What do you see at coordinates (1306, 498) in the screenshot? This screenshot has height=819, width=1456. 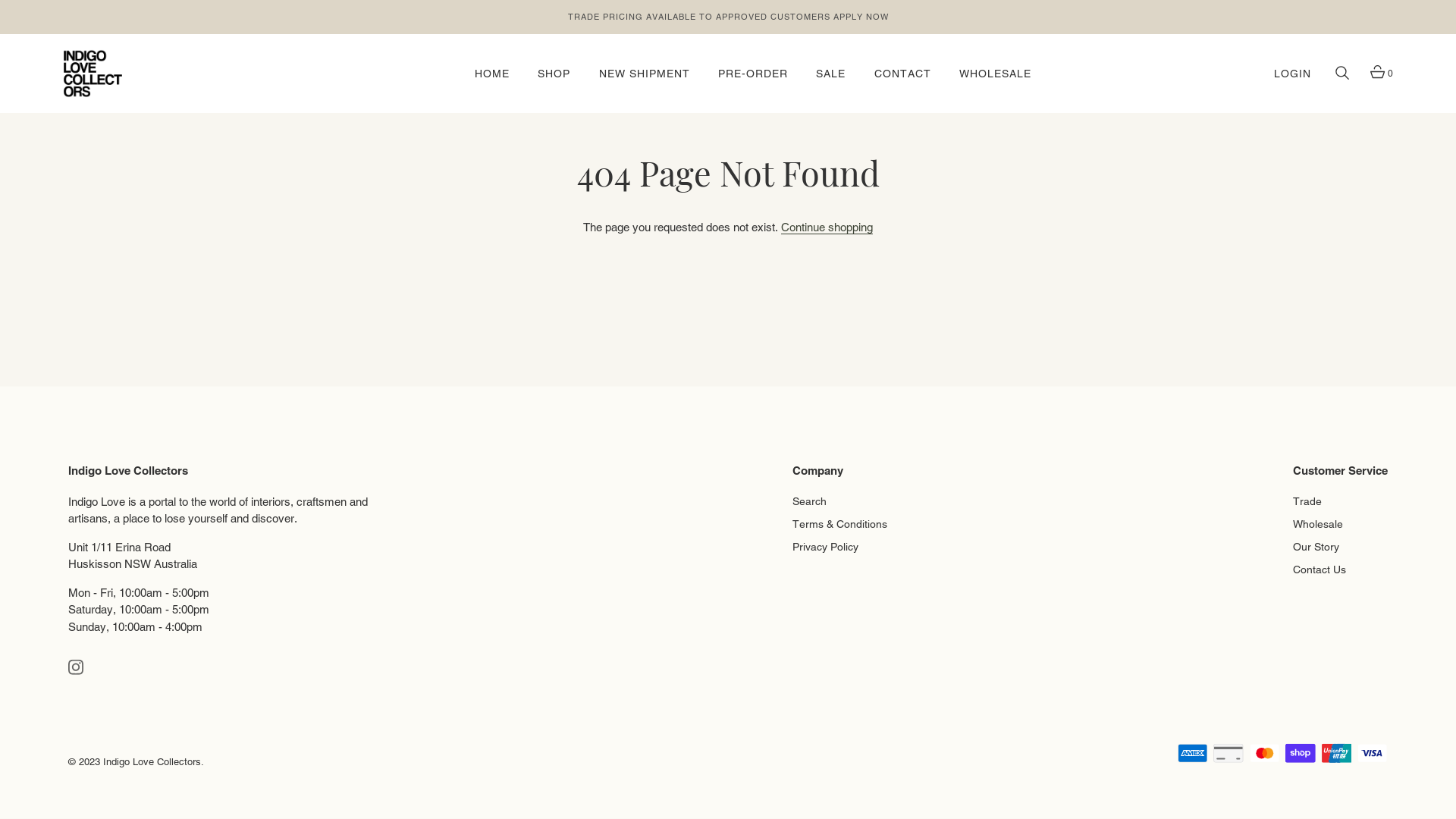 I see `'Trade'` at bounding box center [1306, 498].